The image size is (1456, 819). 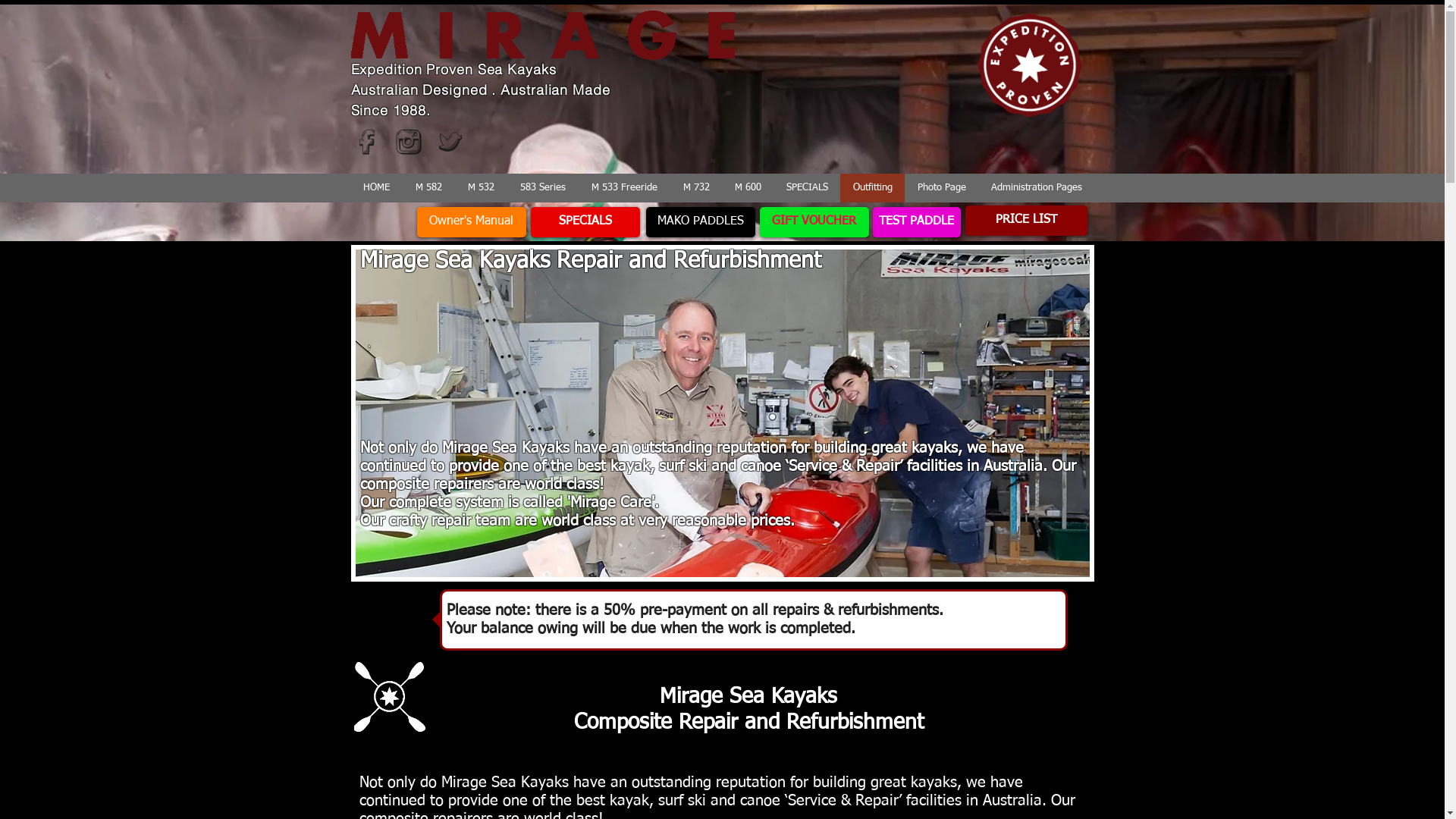 I want to click on 'SPECIALS', so click(x=585, y=222).